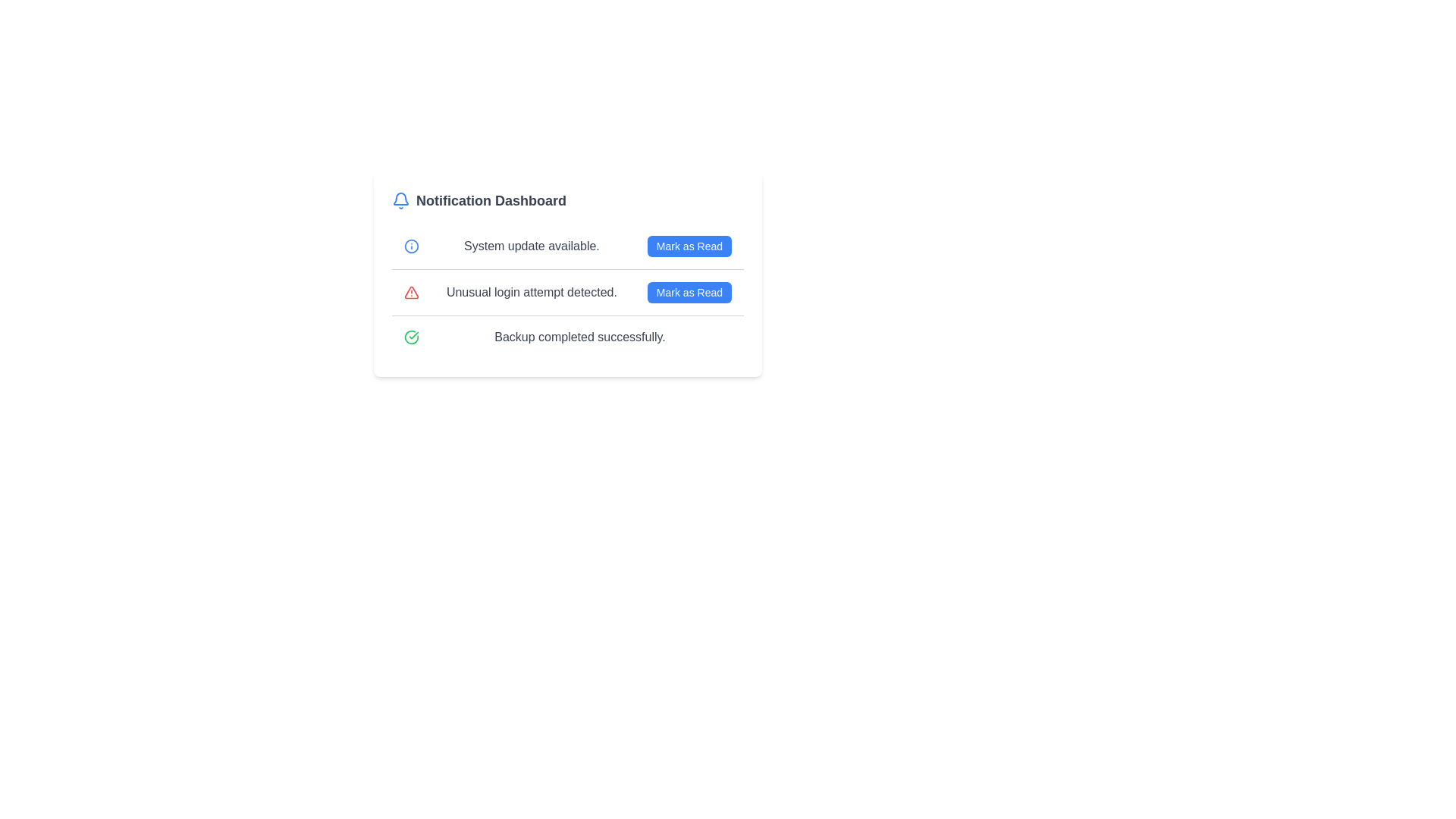 The image size is (1456, 819). What do you see at coordinates (400, 200) in the screenshot?
I see `the blue bell-shaped icon located to the left of the text 'Notification Dashboard' to interact with it` at bounding box center [400, 200].